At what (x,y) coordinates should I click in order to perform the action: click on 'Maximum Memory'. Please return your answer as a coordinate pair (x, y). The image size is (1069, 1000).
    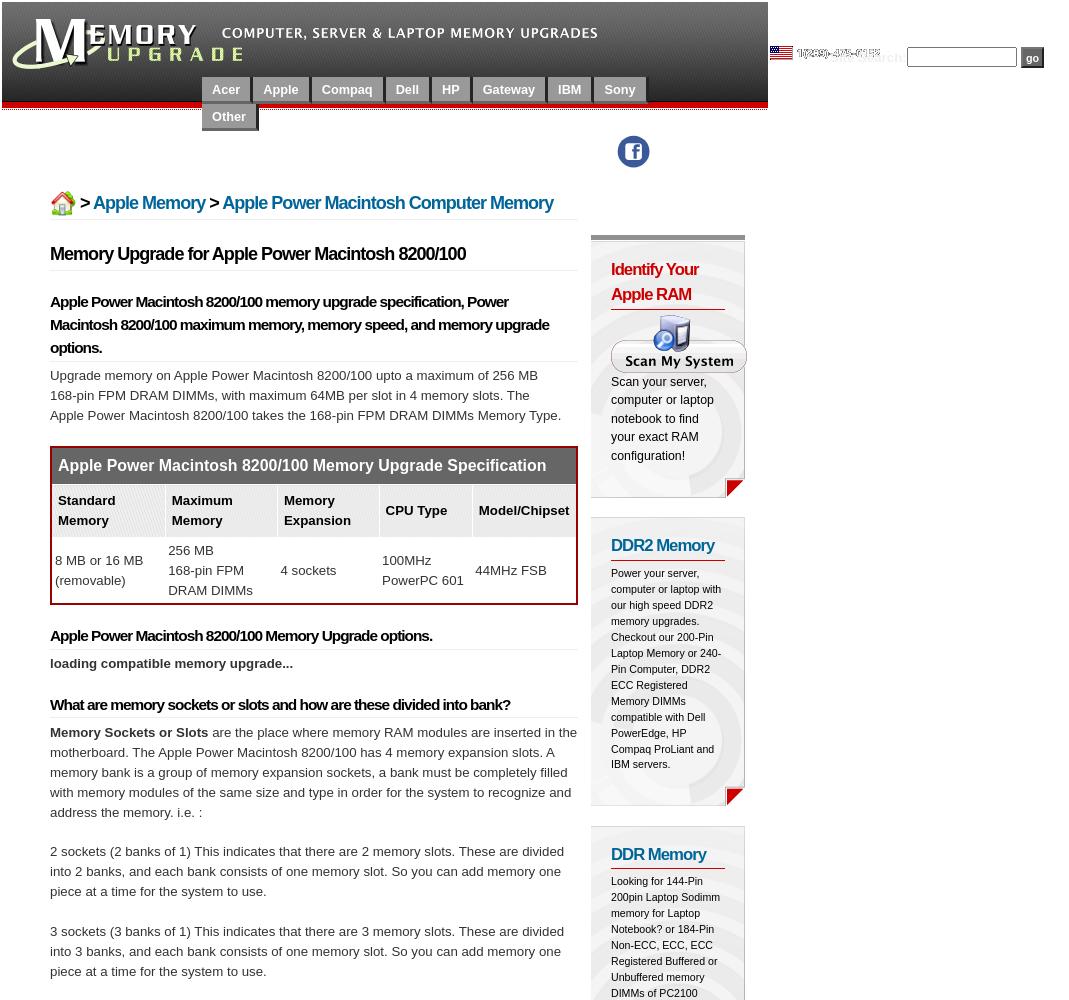
    Looking at the image, I should click on (171, 509).